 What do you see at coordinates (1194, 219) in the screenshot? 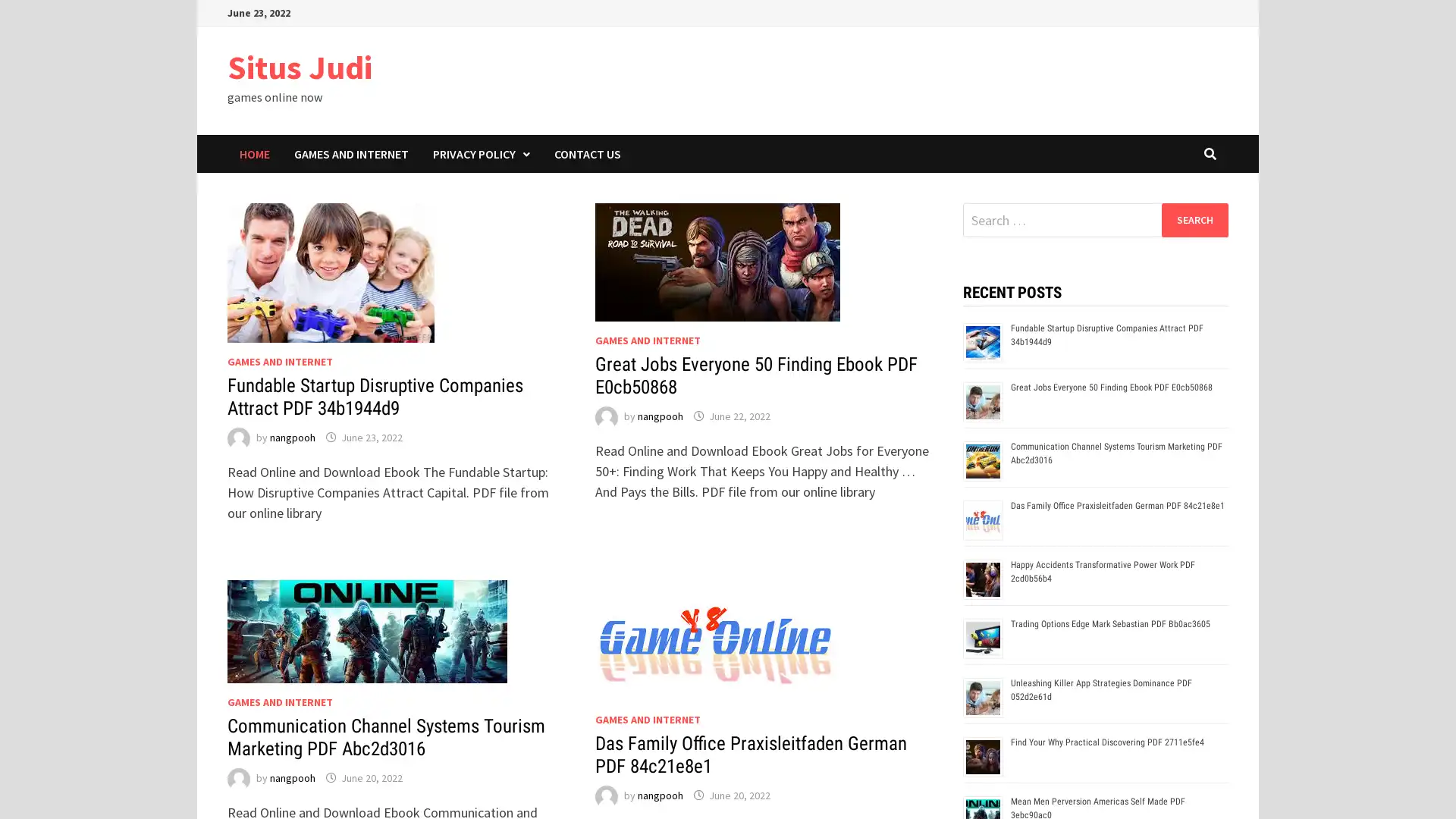
I see `Search` at bounding box center [1194, 219].